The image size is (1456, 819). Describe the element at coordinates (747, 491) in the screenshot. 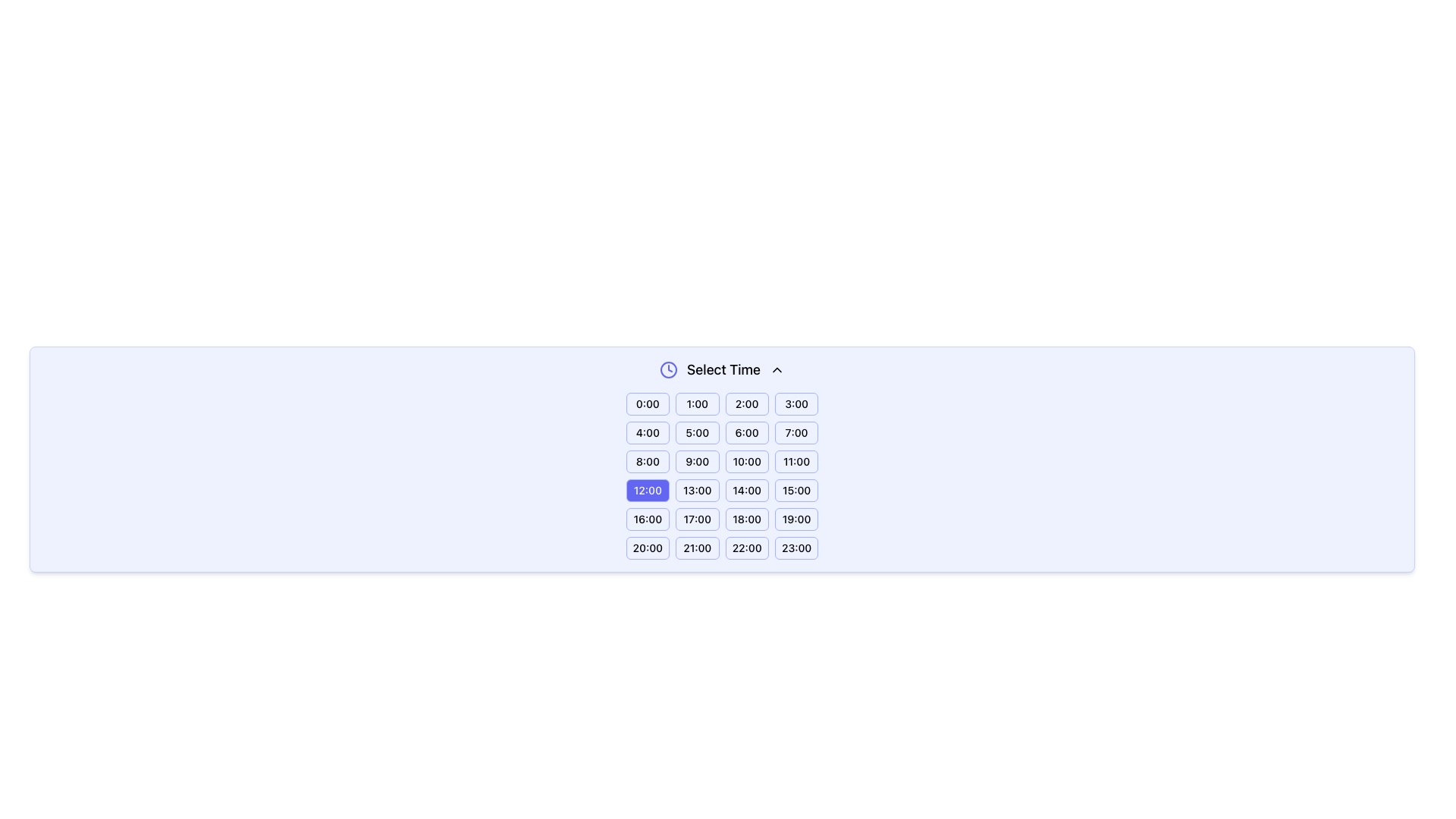

I see `the button representing the time '14:00'` at that location.